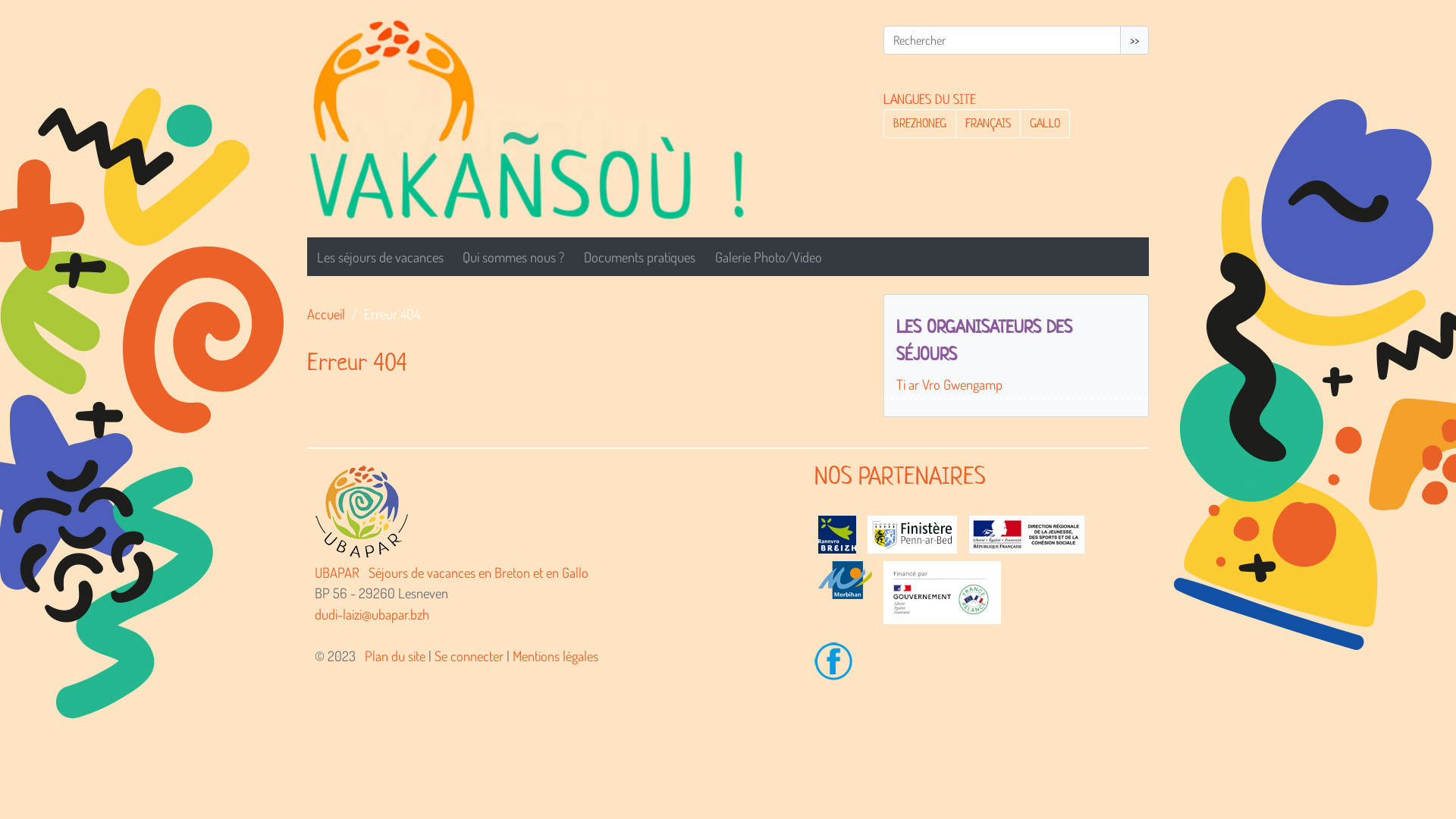  I want to click on 'Se connecter', so click(468, 654).